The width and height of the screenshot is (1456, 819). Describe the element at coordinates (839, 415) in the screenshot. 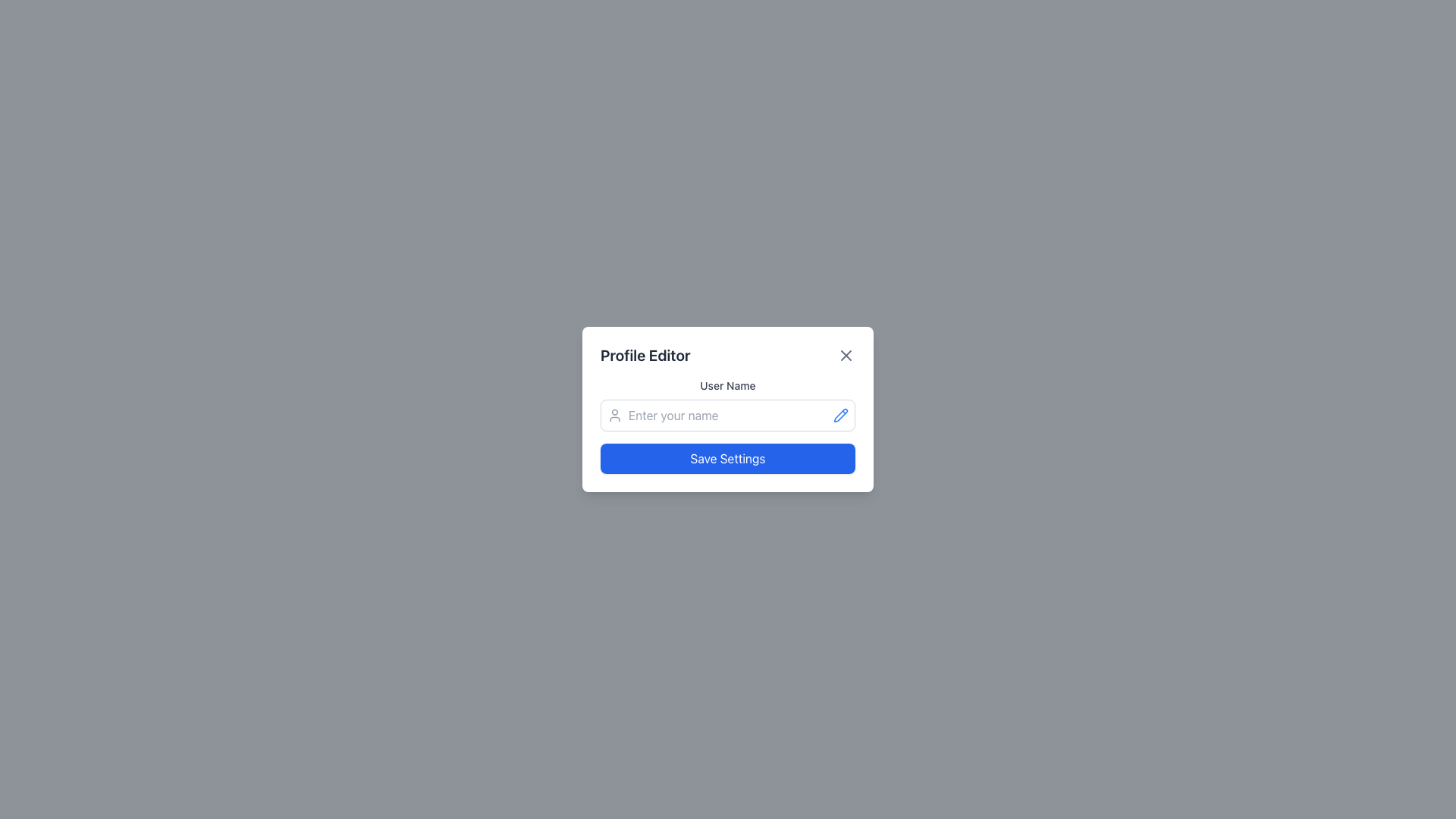

I see `the blue pencil icon located to the right of the 'Enter your name' text input field in the Profile Editor dialog box` at that location.